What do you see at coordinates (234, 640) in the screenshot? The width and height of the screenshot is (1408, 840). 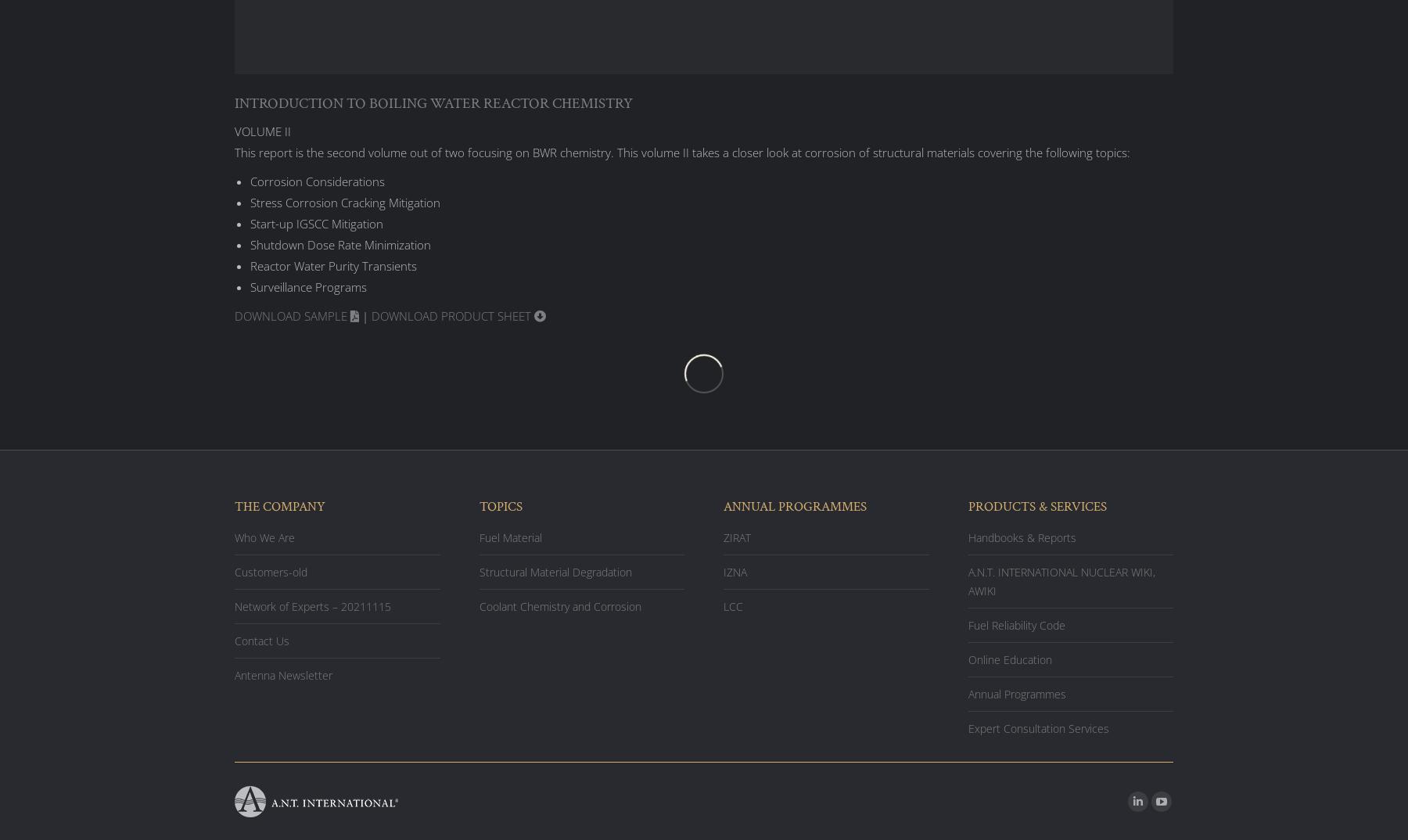 I see `'Contact Us'` at bounding box center [234, 640].